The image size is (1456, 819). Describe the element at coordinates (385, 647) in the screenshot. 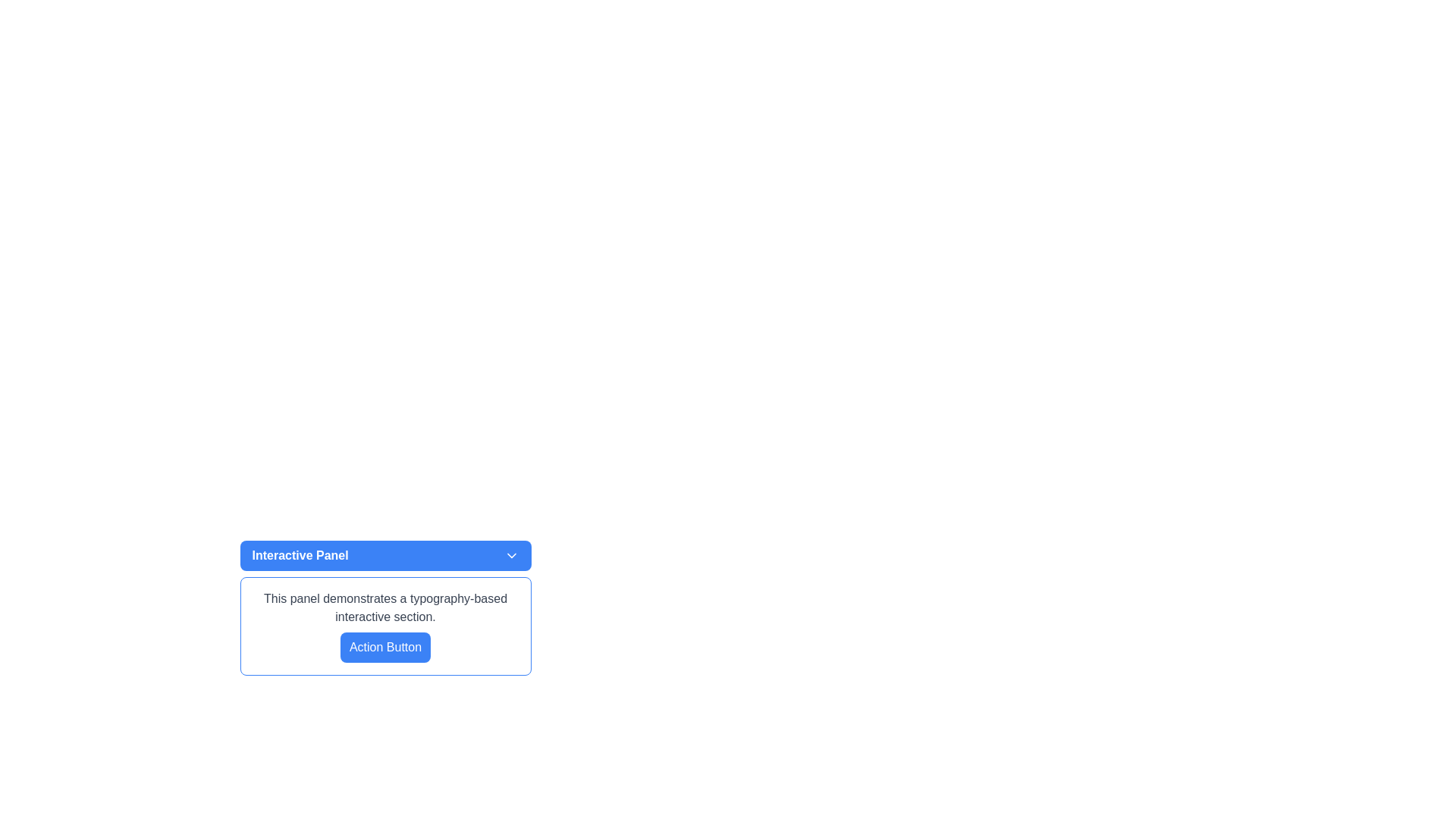

I see `the rectangular button with a blue background and white text that reads 'Action Button' to trigger the color change effect` at that location.